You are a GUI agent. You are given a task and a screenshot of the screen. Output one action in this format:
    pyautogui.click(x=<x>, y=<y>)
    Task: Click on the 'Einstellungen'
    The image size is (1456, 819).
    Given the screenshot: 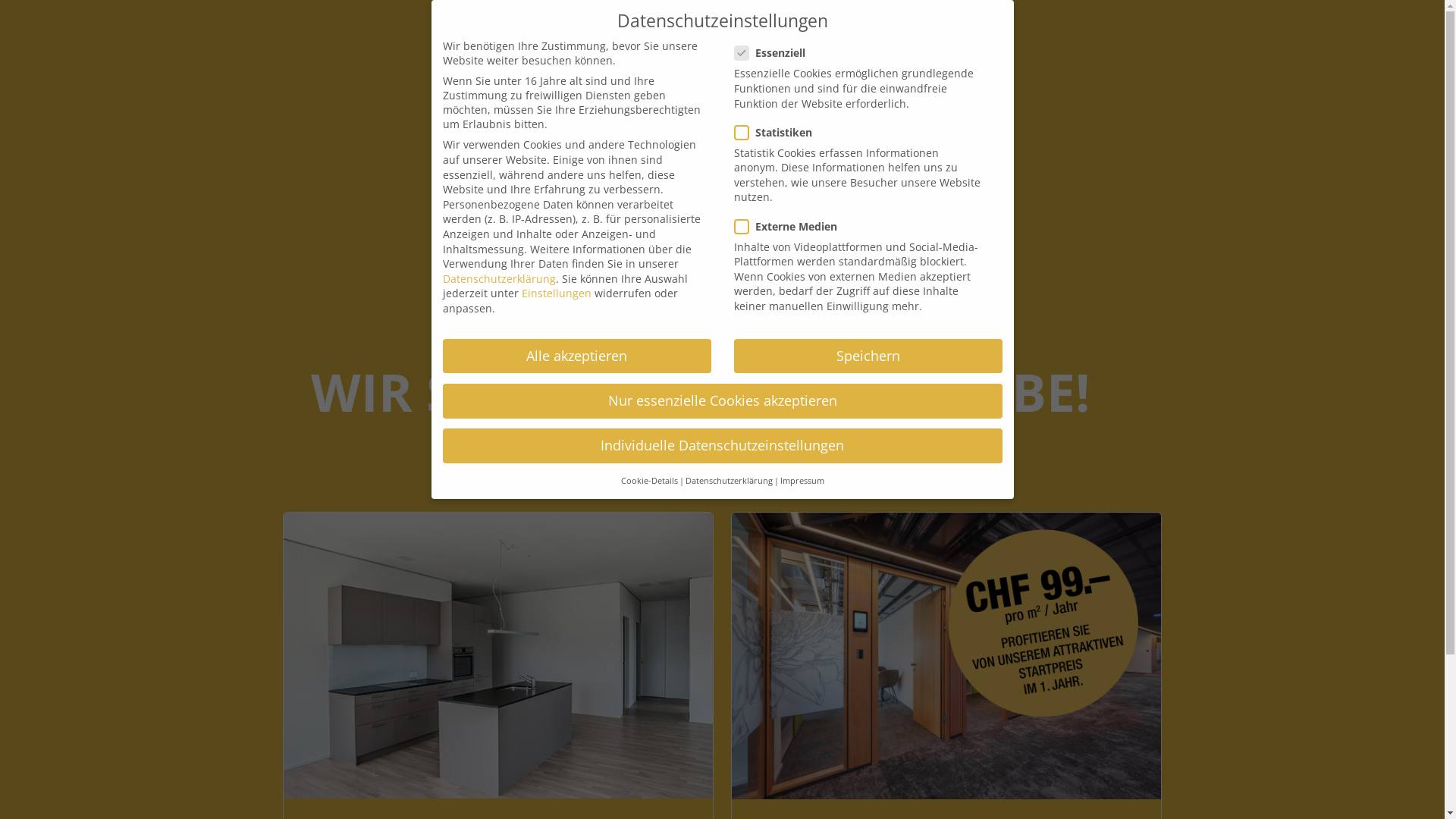 What is the action you would take?
    pyautogui.click(x=556, y=293)
    